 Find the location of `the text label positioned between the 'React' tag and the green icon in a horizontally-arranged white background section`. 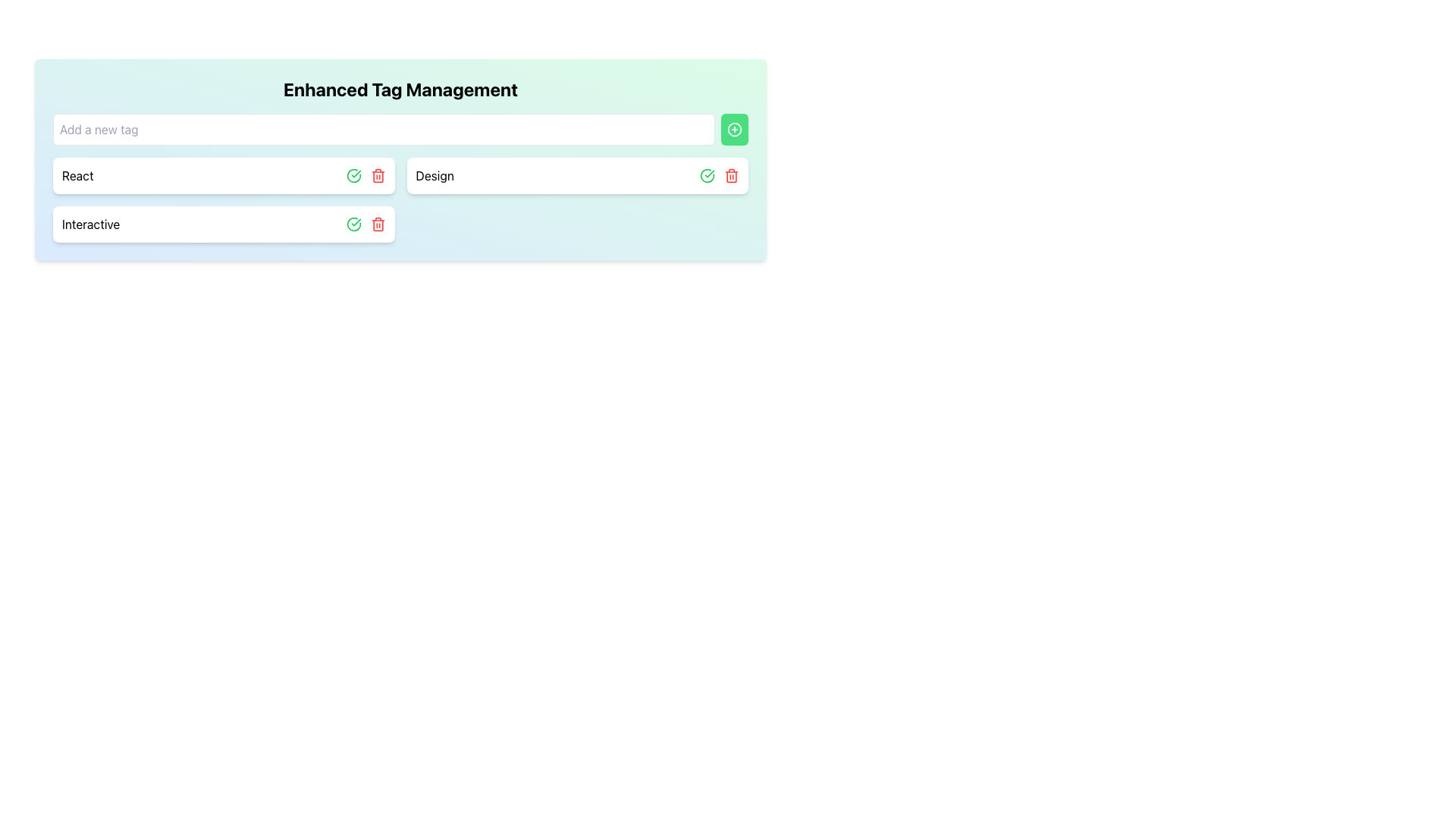

the text label positioned between the 'React' tag and the green icon in a horizontally-arranged white background section is located at coordinates (434, 174).